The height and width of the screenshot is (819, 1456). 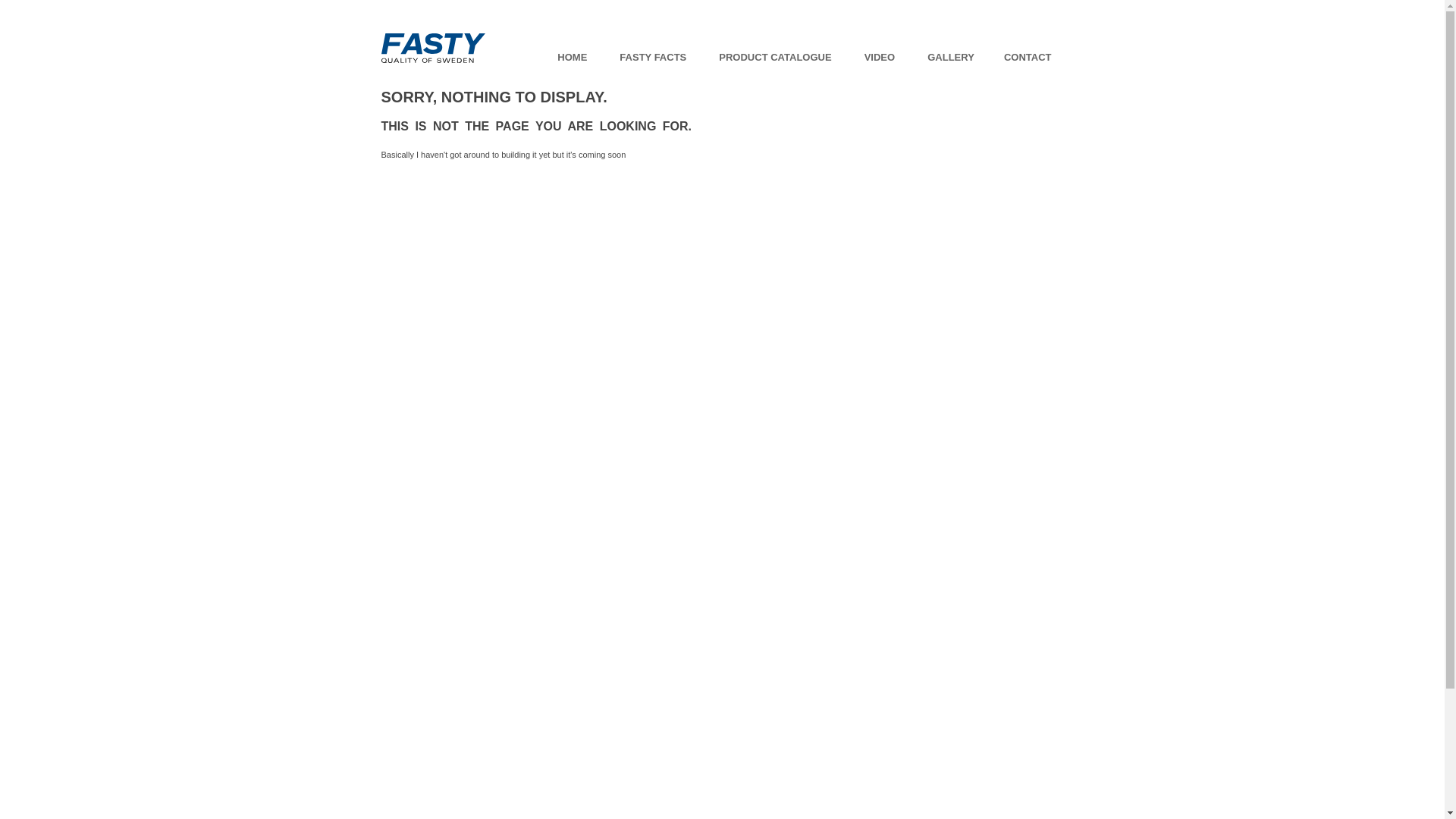 I want to click on 'FASTY FACTS', so click(x=607, y=57).